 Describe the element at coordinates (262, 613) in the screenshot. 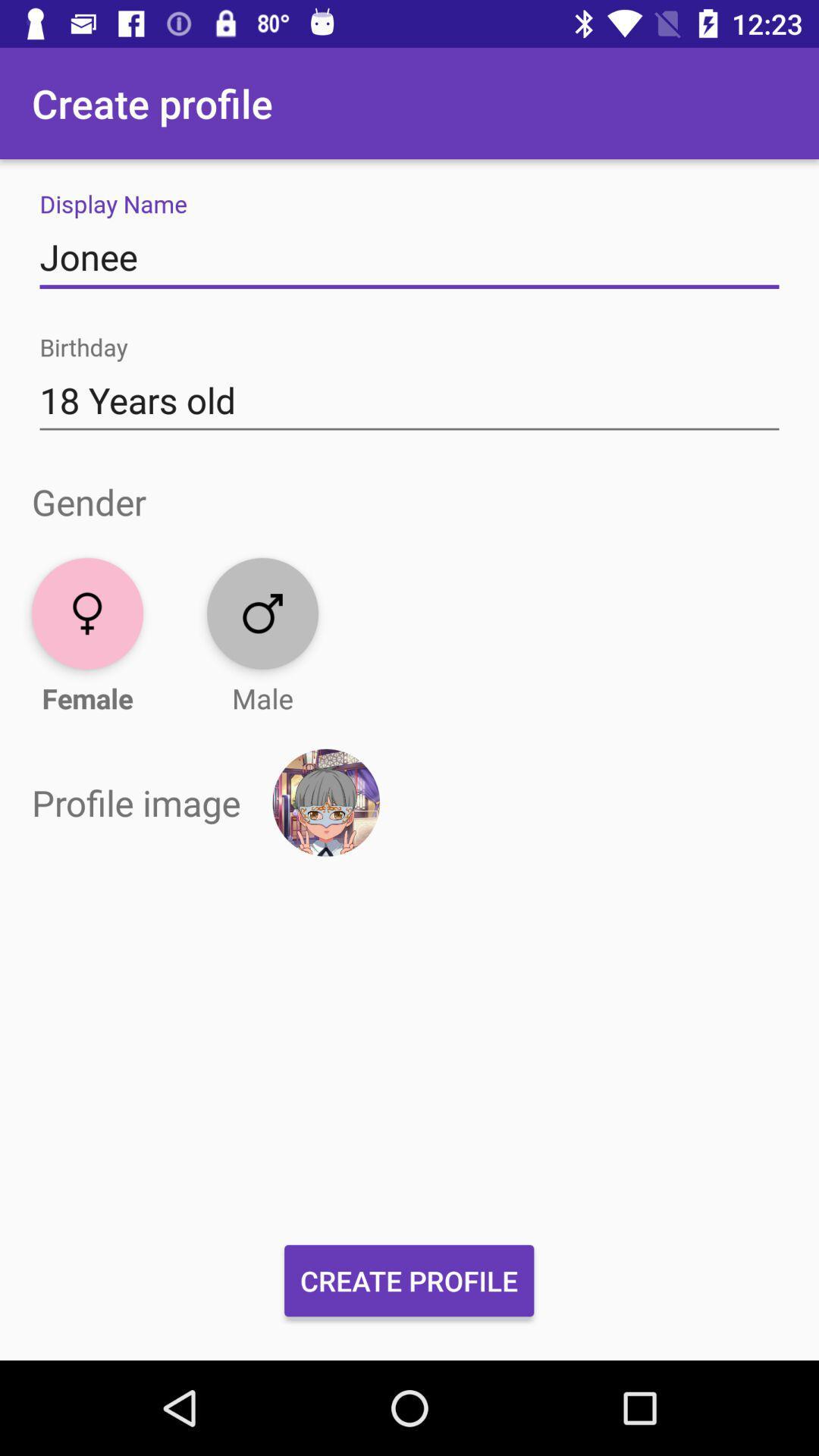

I see `gender option` at that location.